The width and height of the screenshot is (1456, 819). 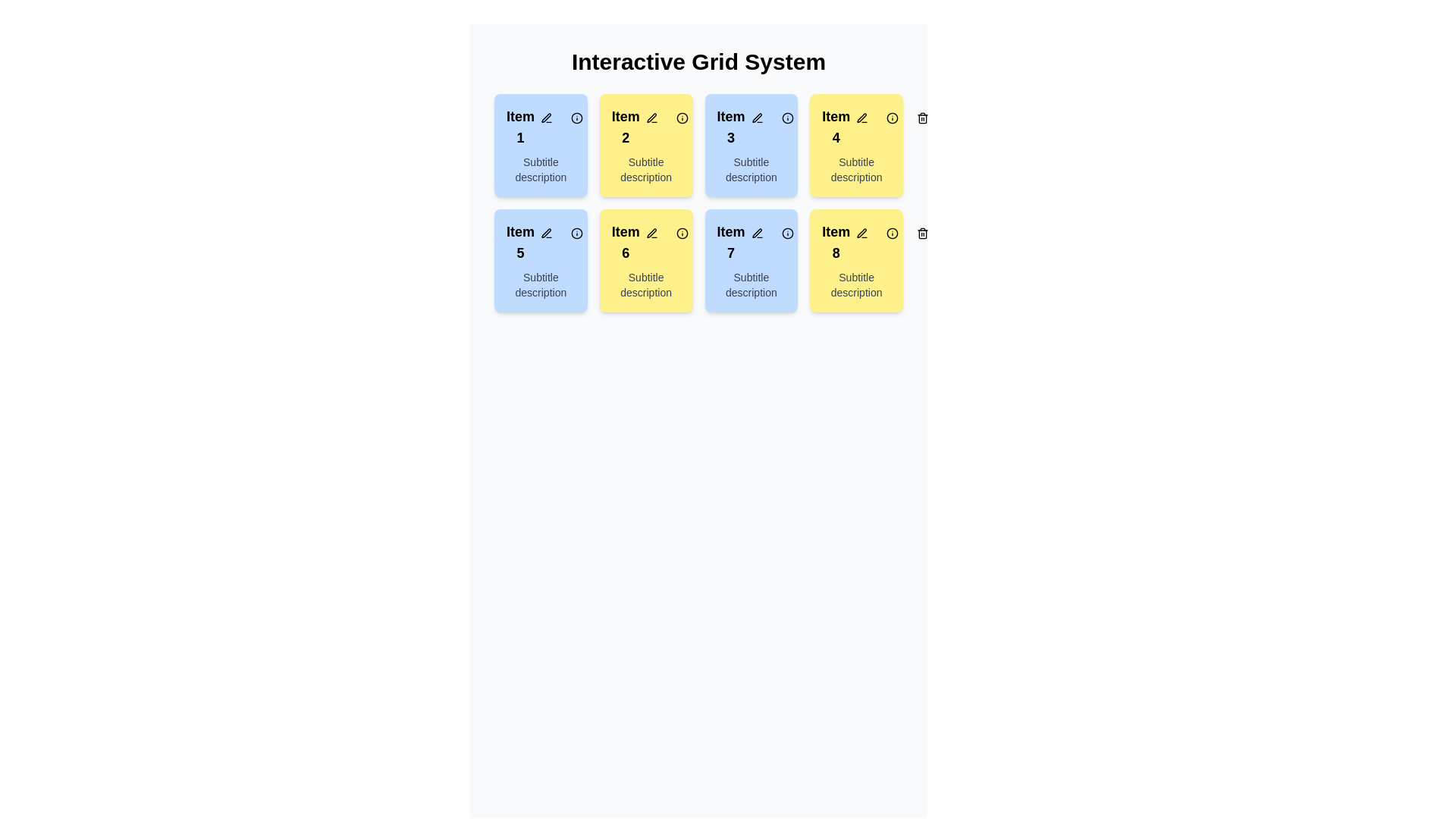 I want to click on the trash bin icon located in the top-right corner of the card labeled 'Item 8', so click(x=817, y=234).